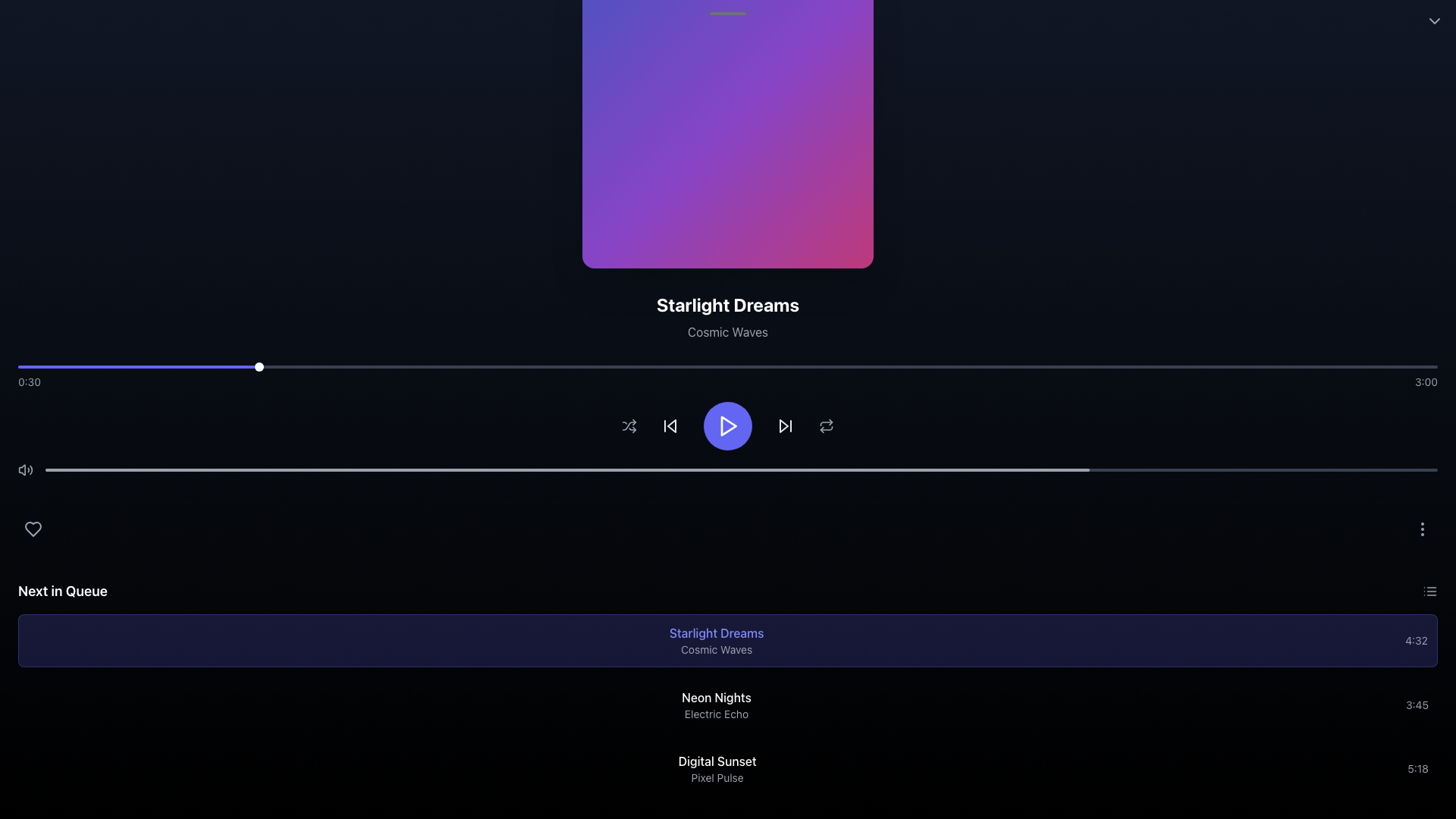 This screenshot has width=1456, height=819. What do you see at coordinates (742, 469) in the screenshot?
I see `the Progress bar background located at the bottom of the top section of the interface to interact with its associated functionality` at bounding box center [742, 469].